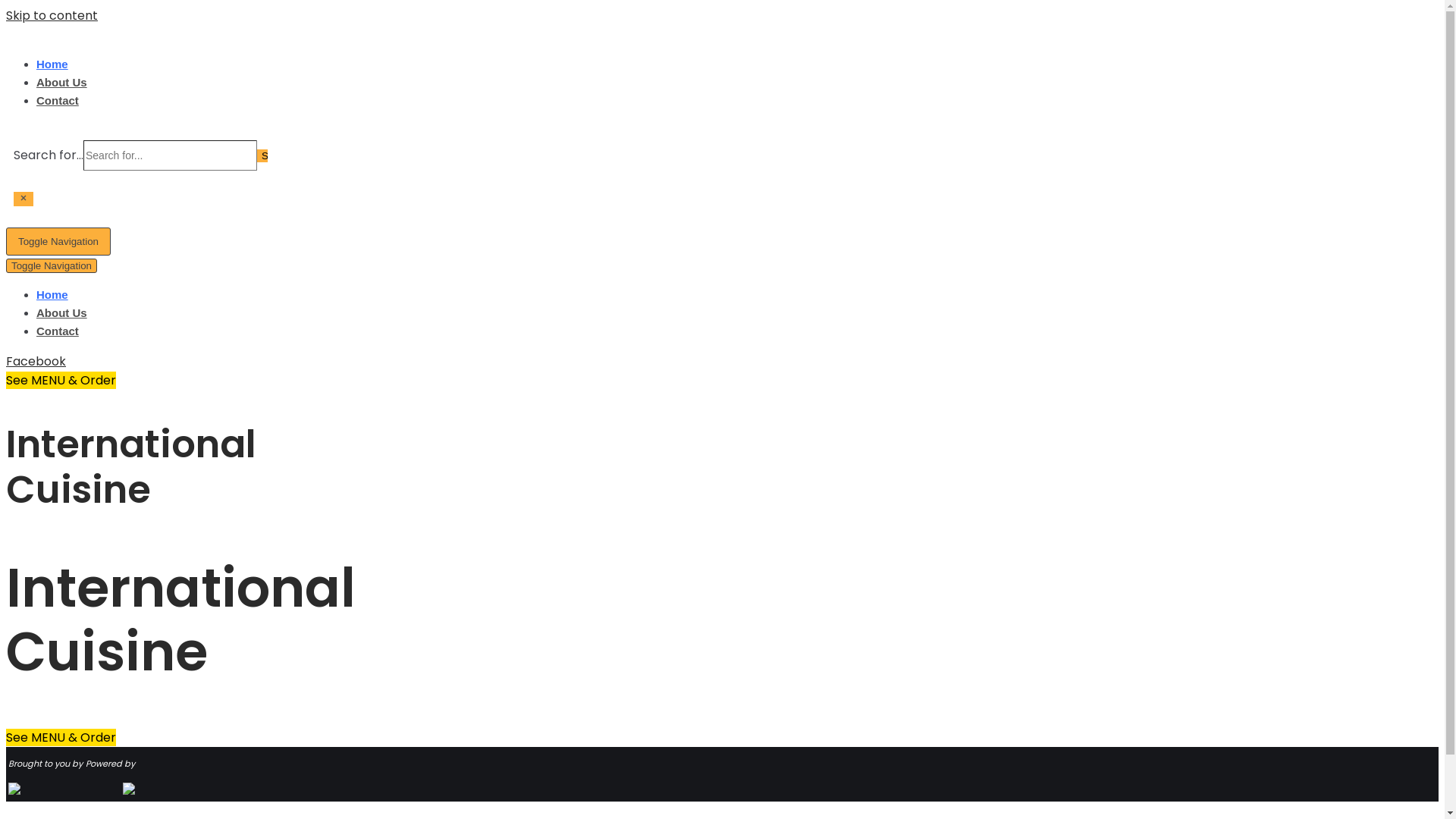  Describe the element at coordinates (58, 100) in the screenshot. I see `'Contact'` at that location.